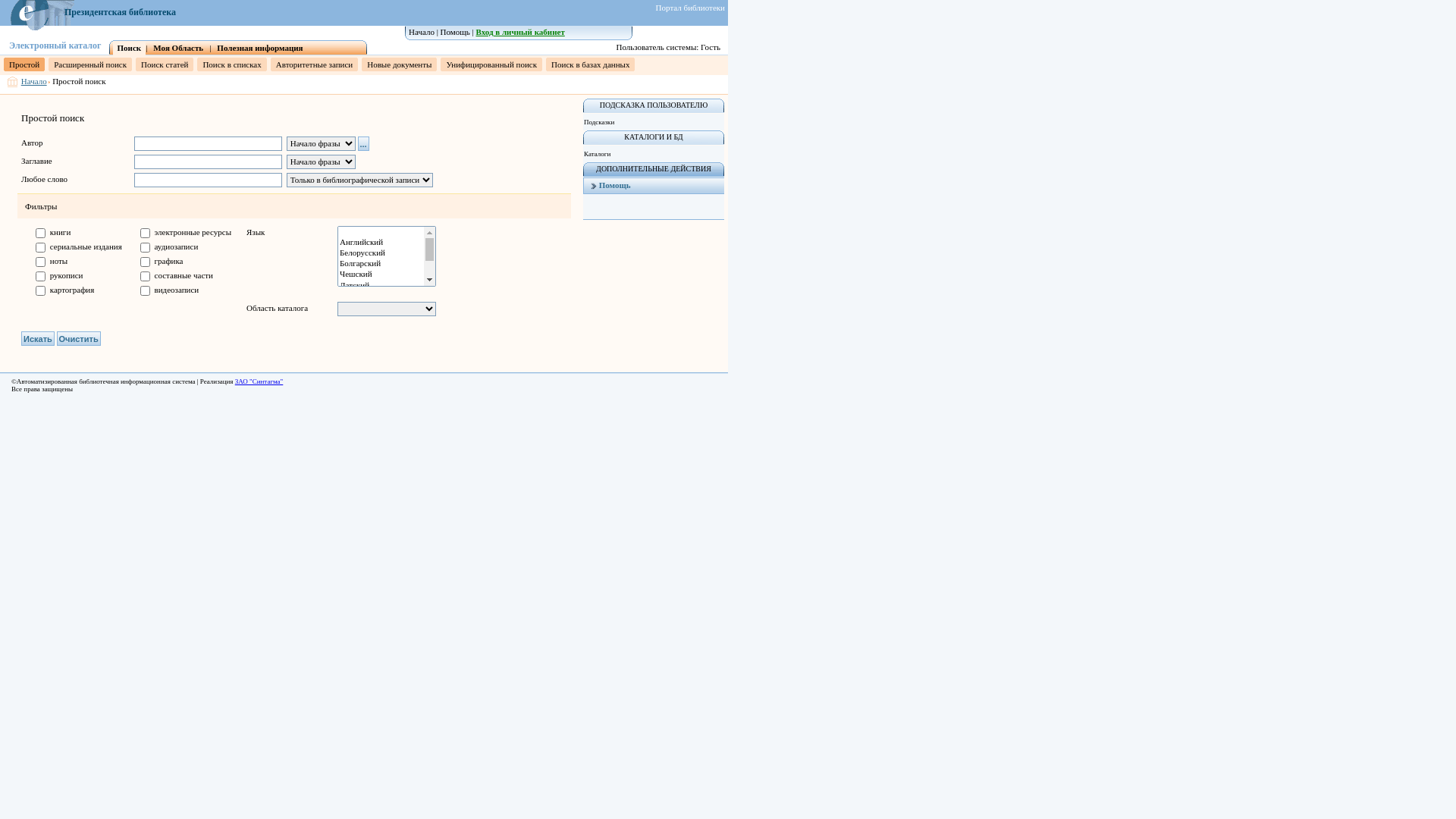  Describe the element at coordinates (592, 184) in the screenshot. I see `'Help'` at that location.